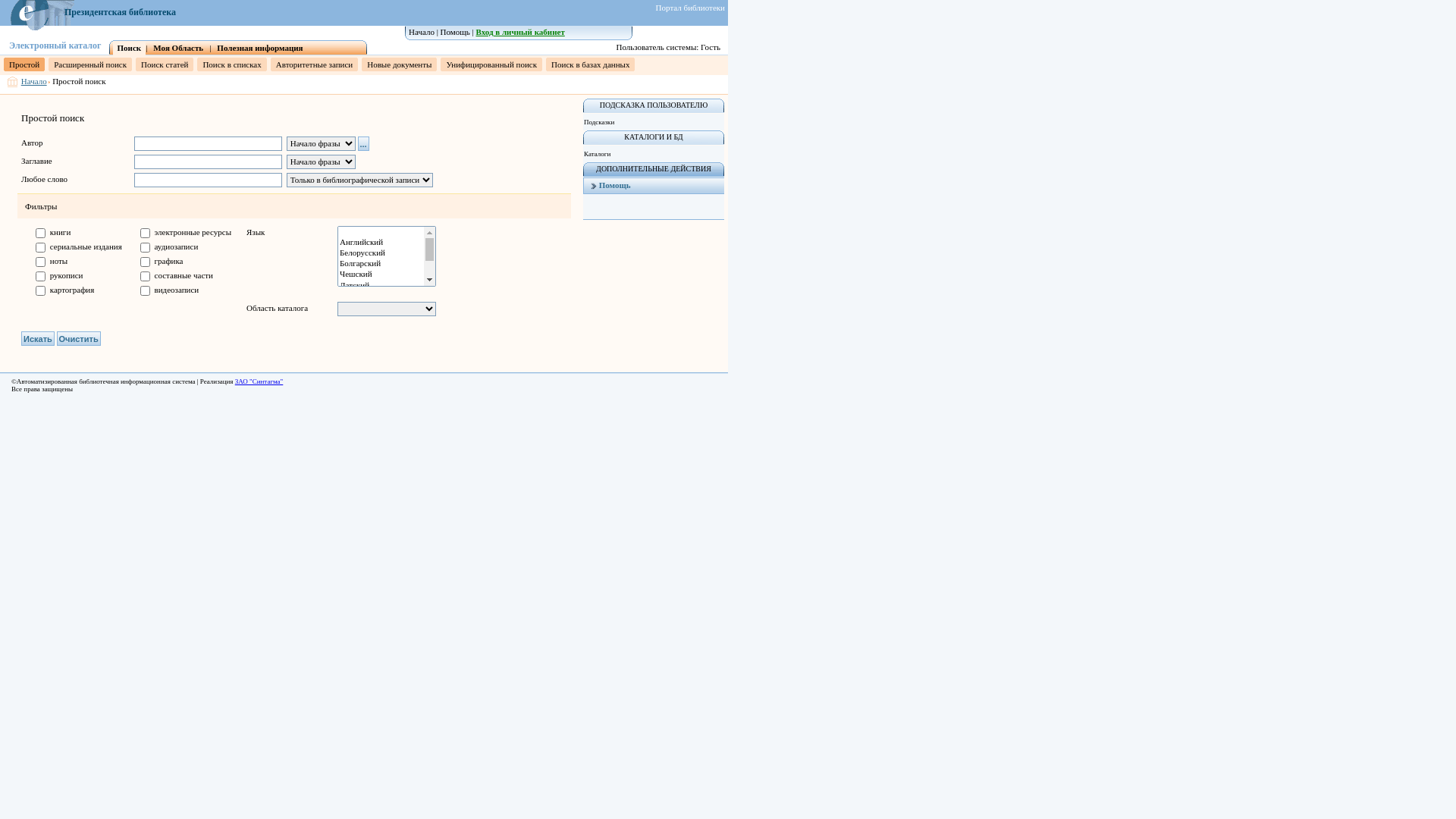  Describe the element at coordinates (592, 184) in the screenshot. I see `'Help'` at that location.